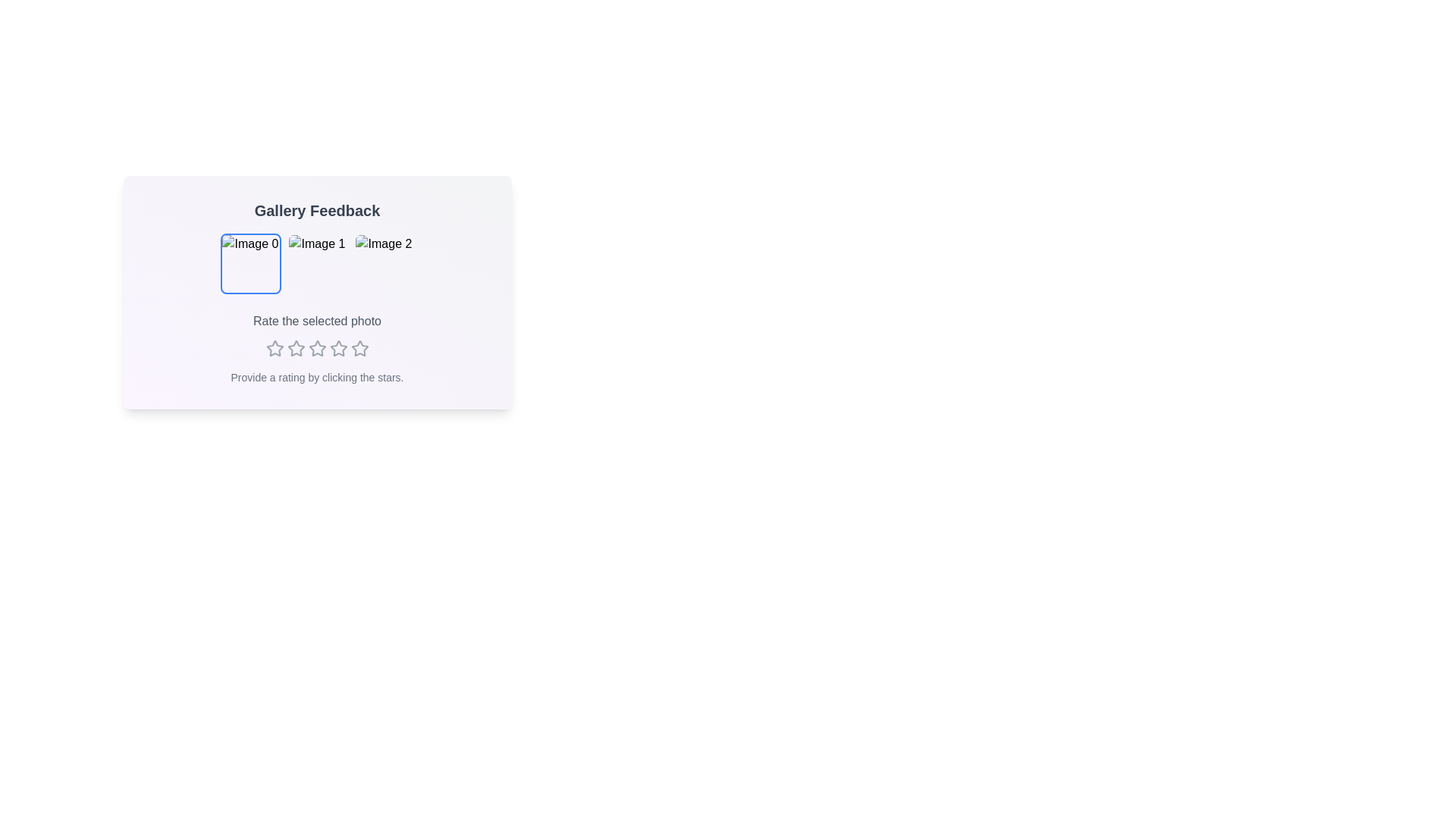  I want to click on the third rating star icon, which is styled with a soft gray outline and located below the 'Rate the selected photo' label in the 'Gallery Feedback' box, so click(296, 348).